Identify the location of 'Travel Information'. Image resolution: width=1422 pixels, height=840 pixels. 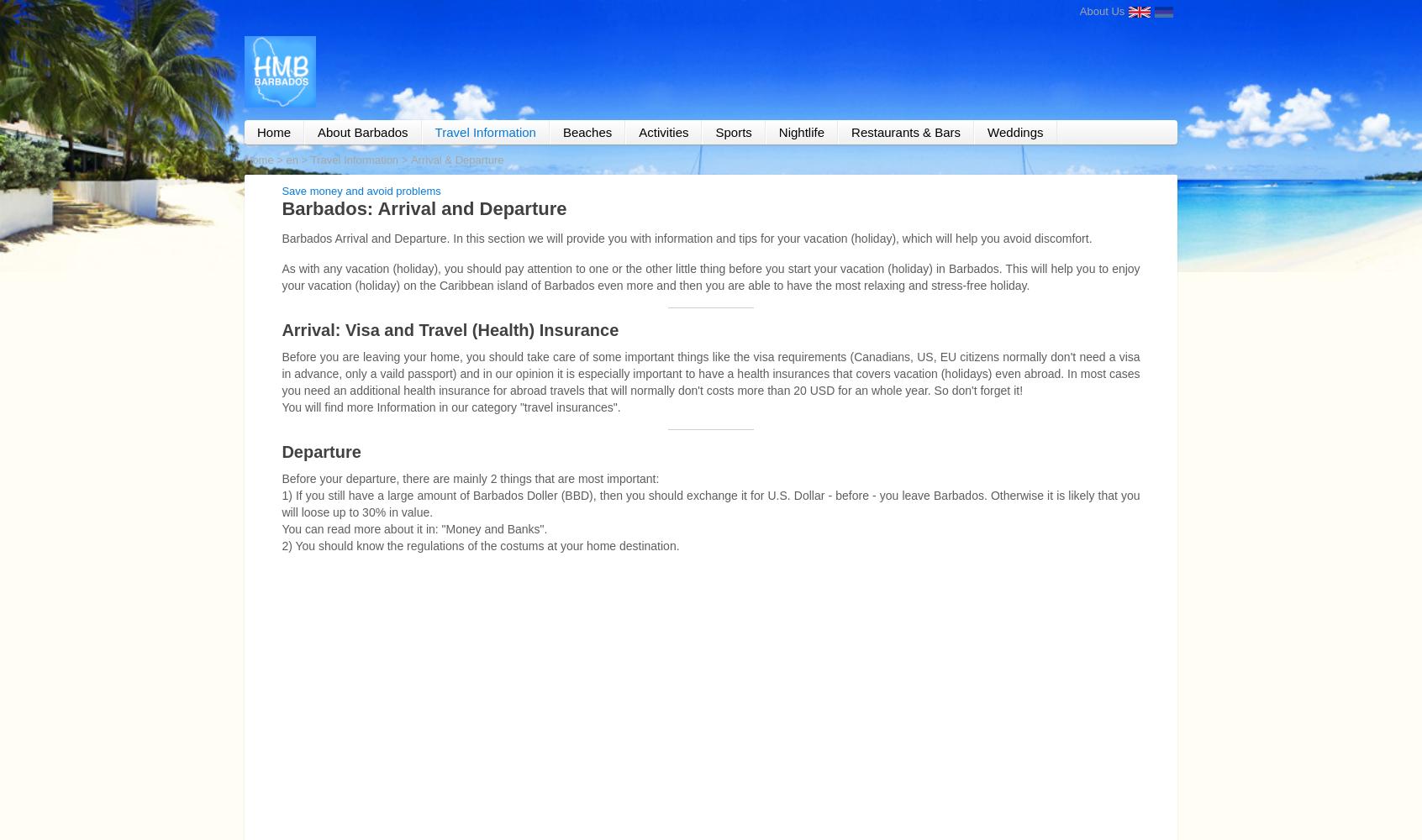
(354, 158).